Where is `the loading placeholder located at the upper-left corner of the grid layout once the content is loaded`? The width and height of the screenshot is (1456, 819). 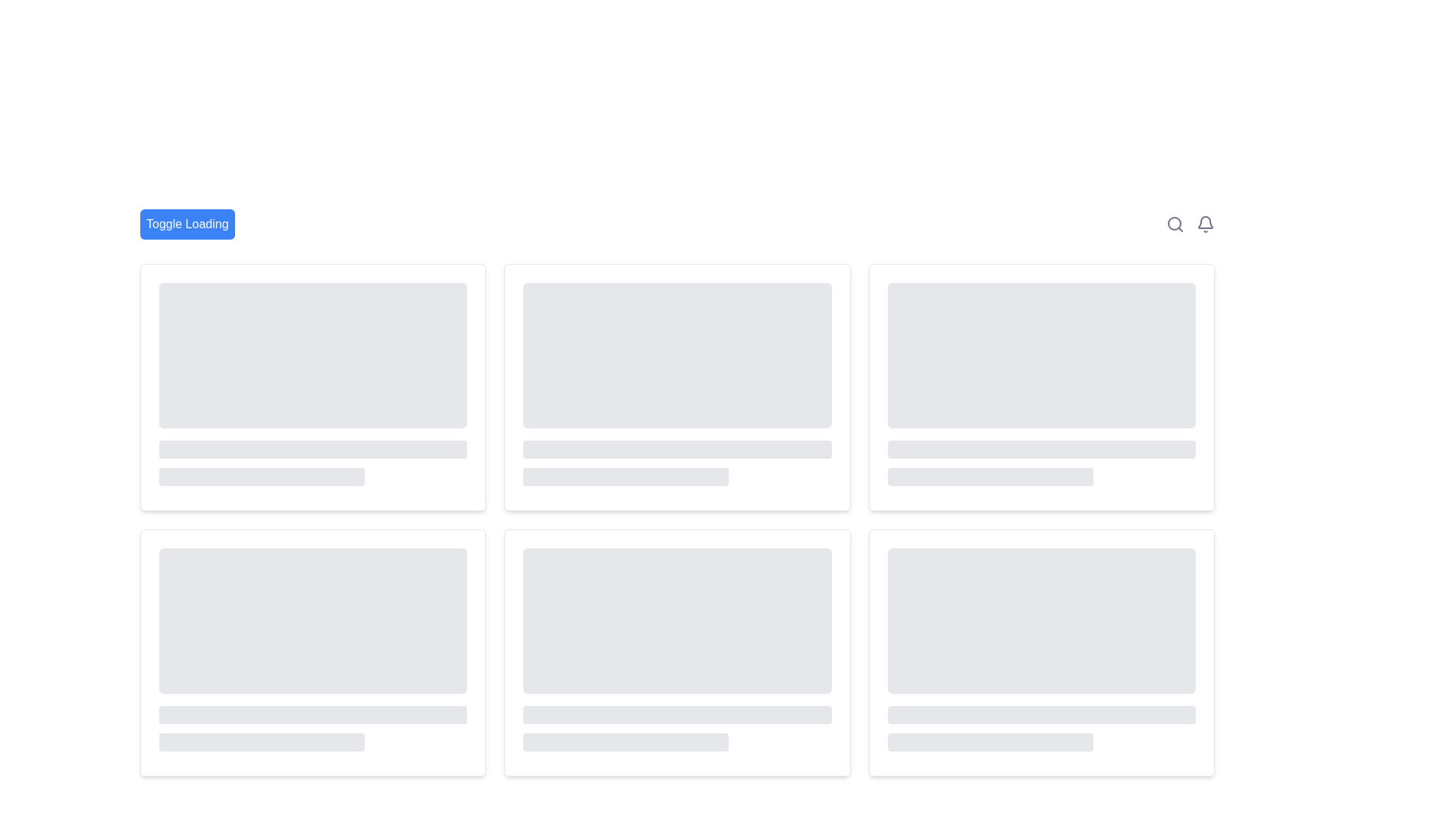
the loading placeholder located at the upper-left corner of the grid layout once the content is loaded is located at coordinates (312, 383).